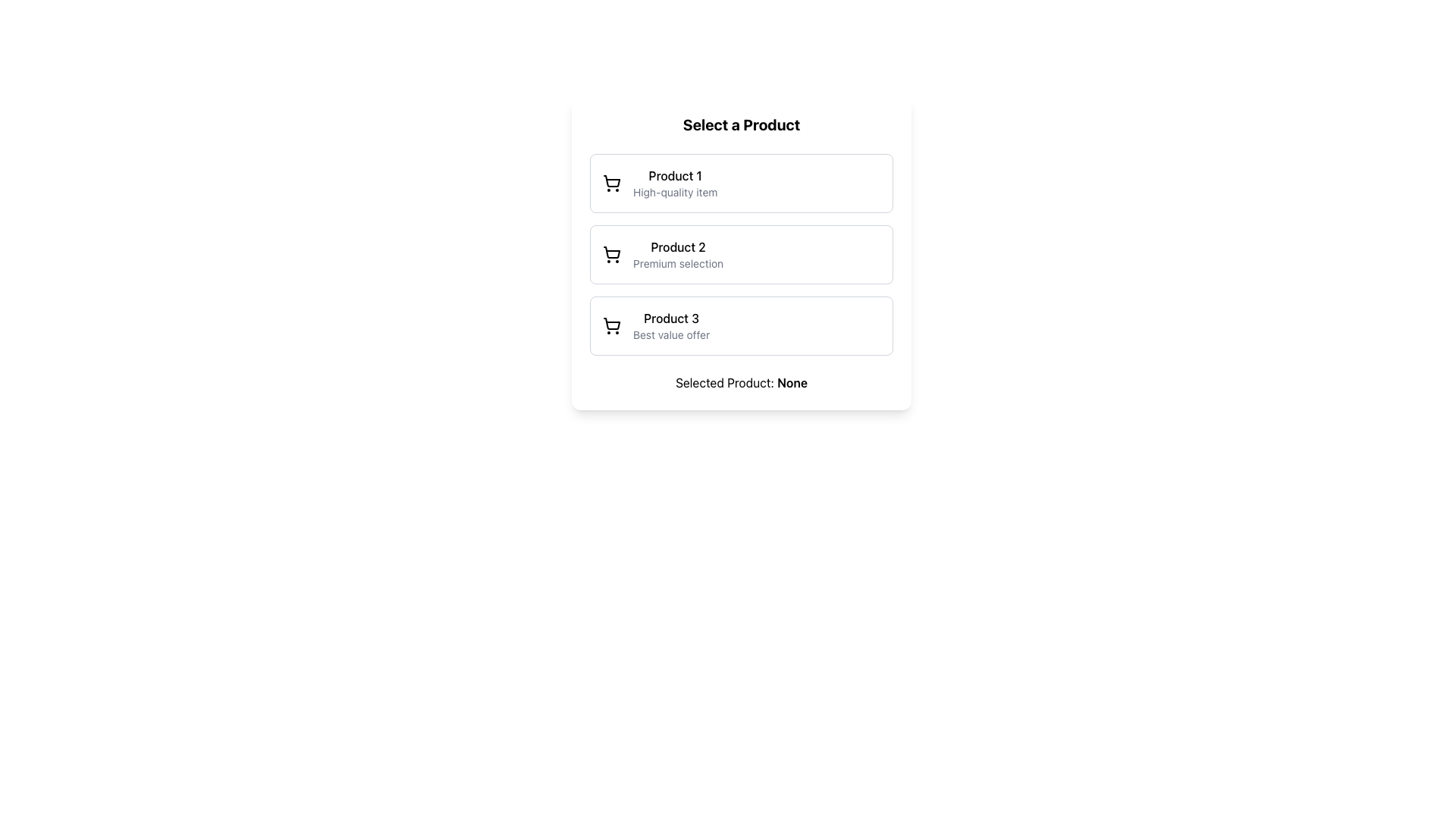 Image resolution: width=1456 pixels, height=819 pixels. What do you see at coordinates (674, 183) in the screenshot?
I see `the textual label displaying 'Product 1' and 'High-quality item', which is located under the header 'Select a Product' in the first row of a vertically stacked list` at bounding box center [674, 183].